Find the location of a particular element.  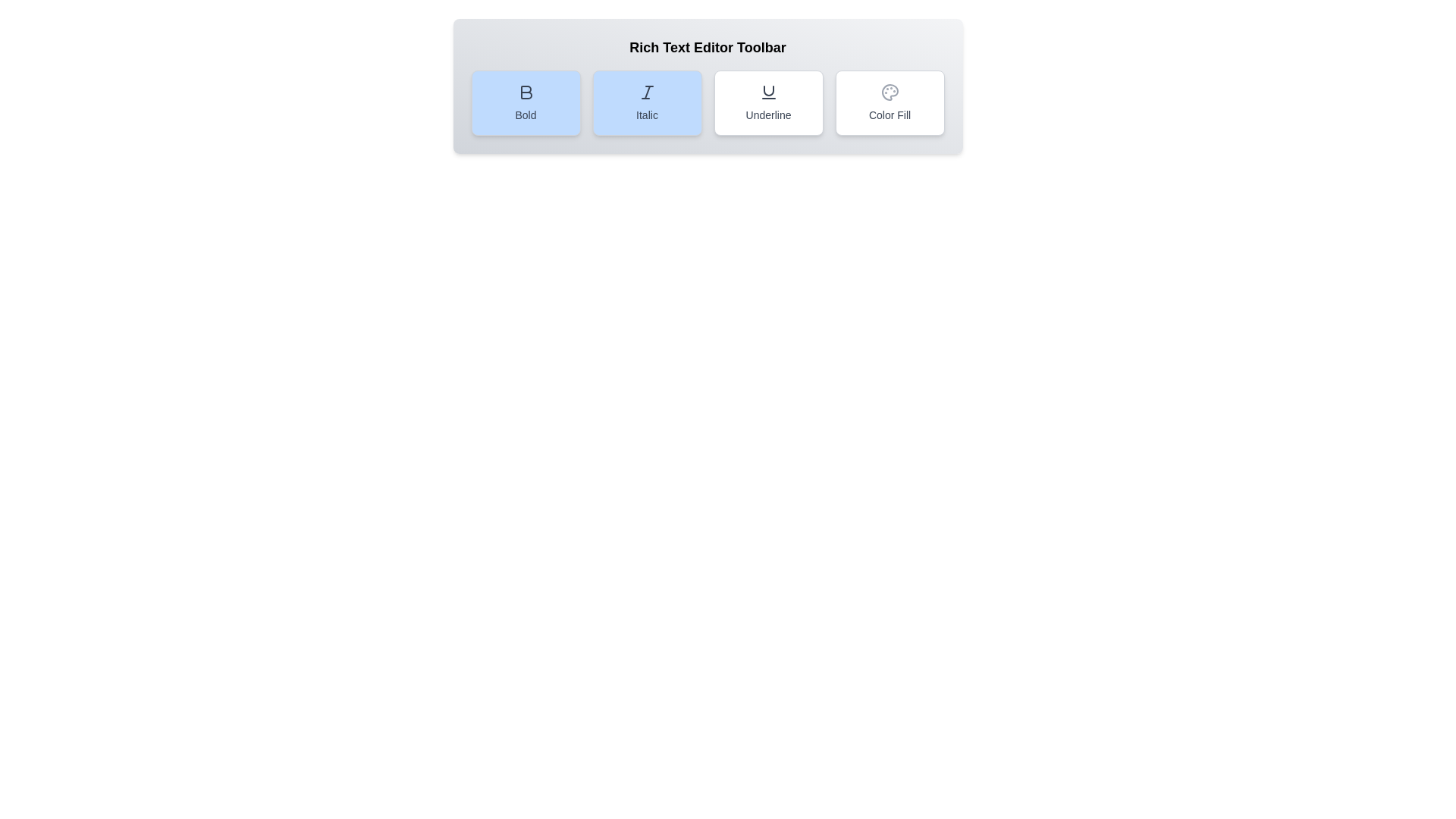

the Bold button to toggle the bold formatting option is located at coordinates (526, 102).